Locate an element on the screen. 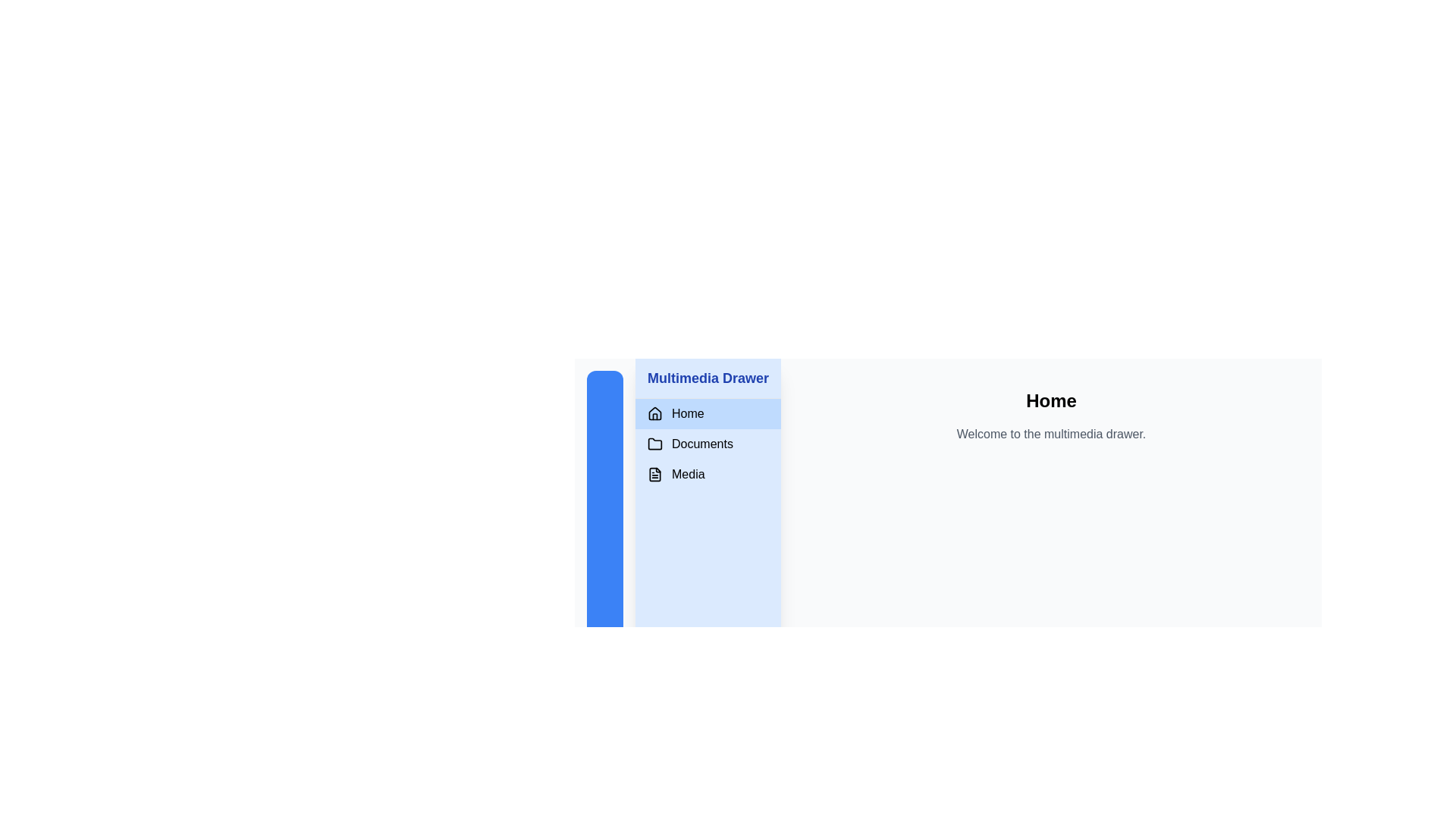 The image size is (1456, 819). the navigation menu item for 'Media' located in the left sidebar is located at coordinates (708, 473).